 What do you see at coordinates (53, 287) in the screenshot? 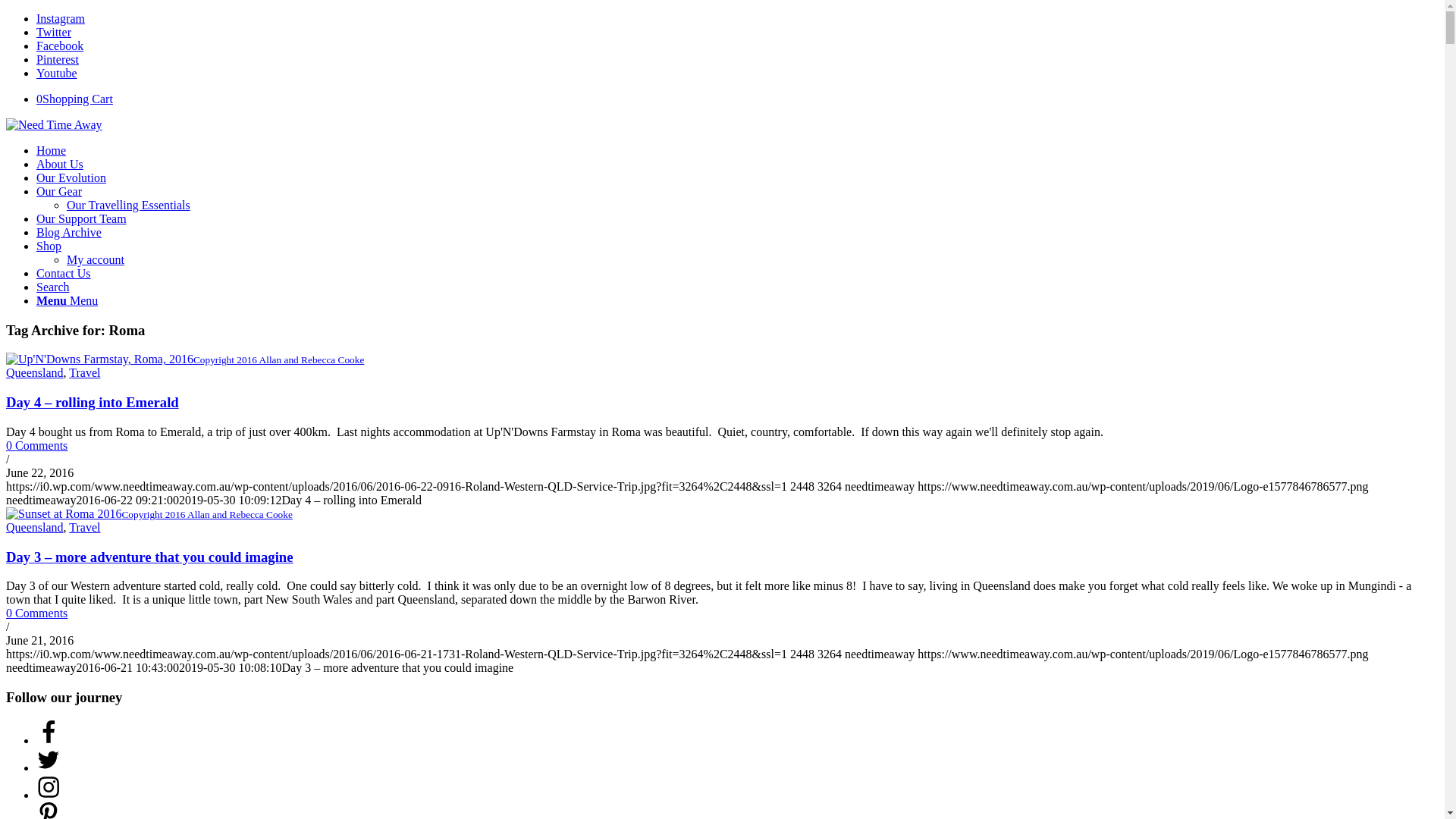
I see `'Search'` at bounding box center [53, 287].